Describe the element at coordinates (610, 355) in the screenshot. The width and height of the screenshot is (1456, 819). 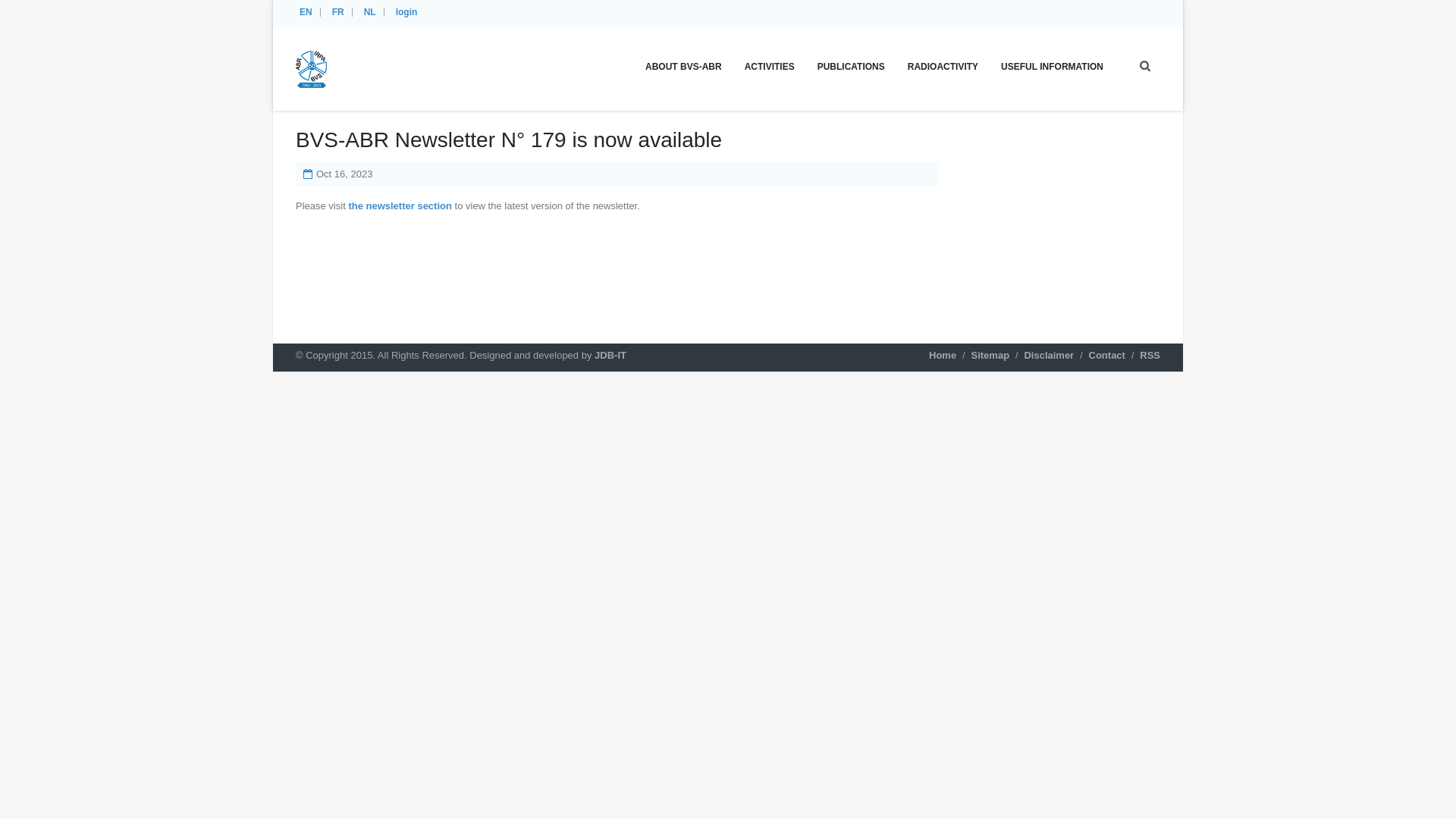
I see `'JDB-IT'` at that location.